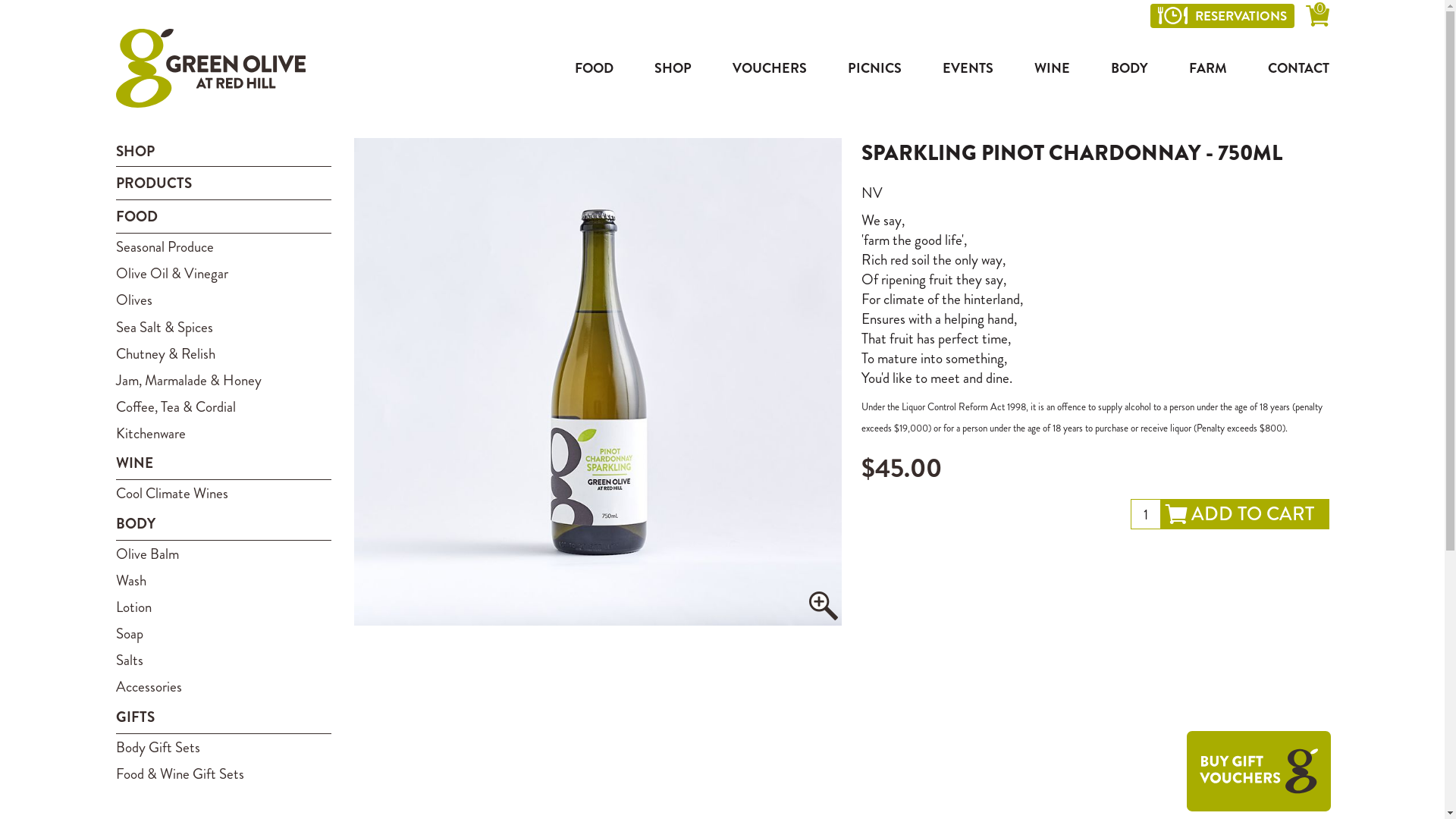  Describe the element at coordinates (1129, 513) in the screenshot. I see `'Qty'` at that location.